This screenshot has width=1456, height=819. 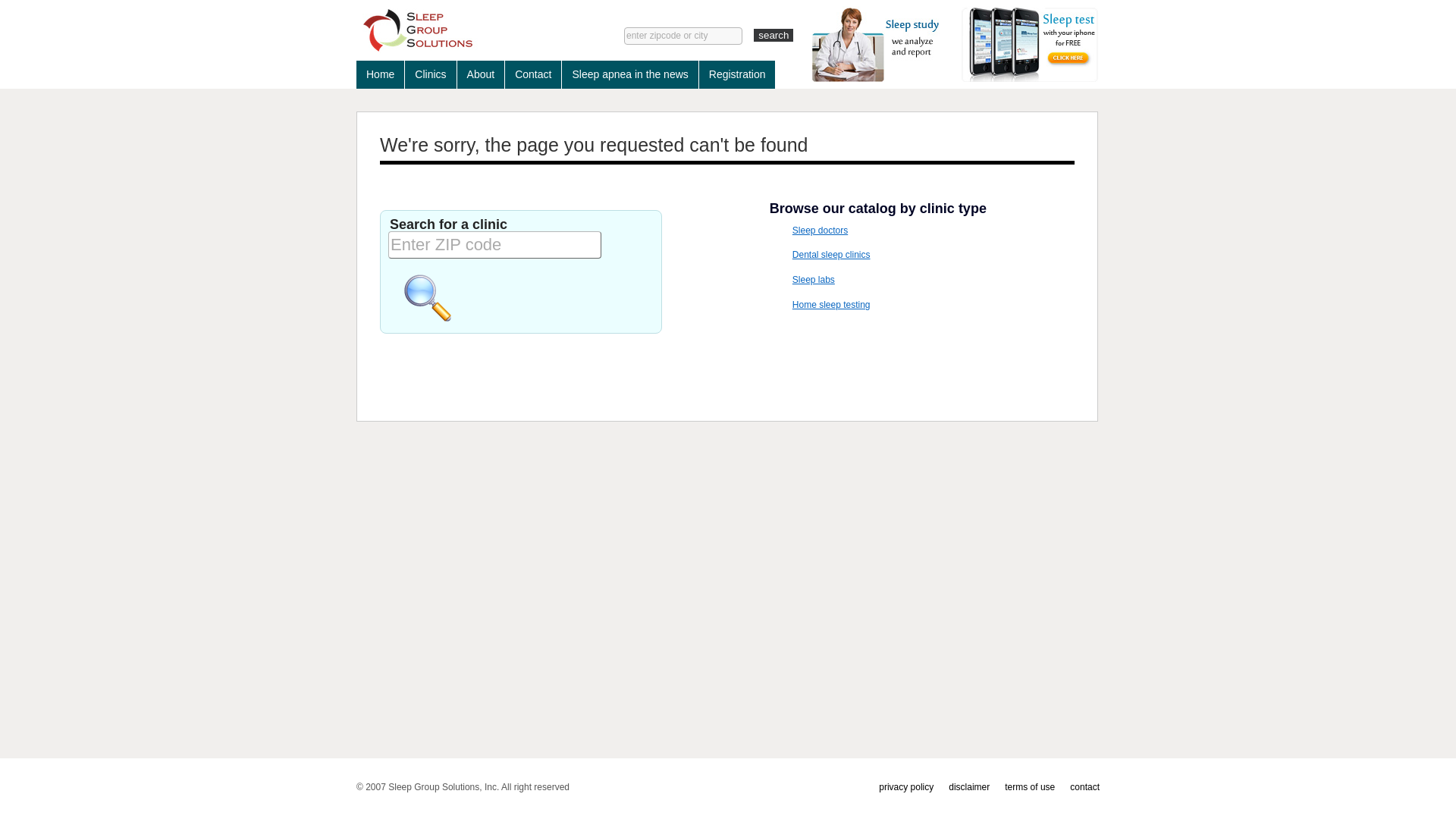 I want to click on 'Dental sleep clinics', so click(x=830, y=253).